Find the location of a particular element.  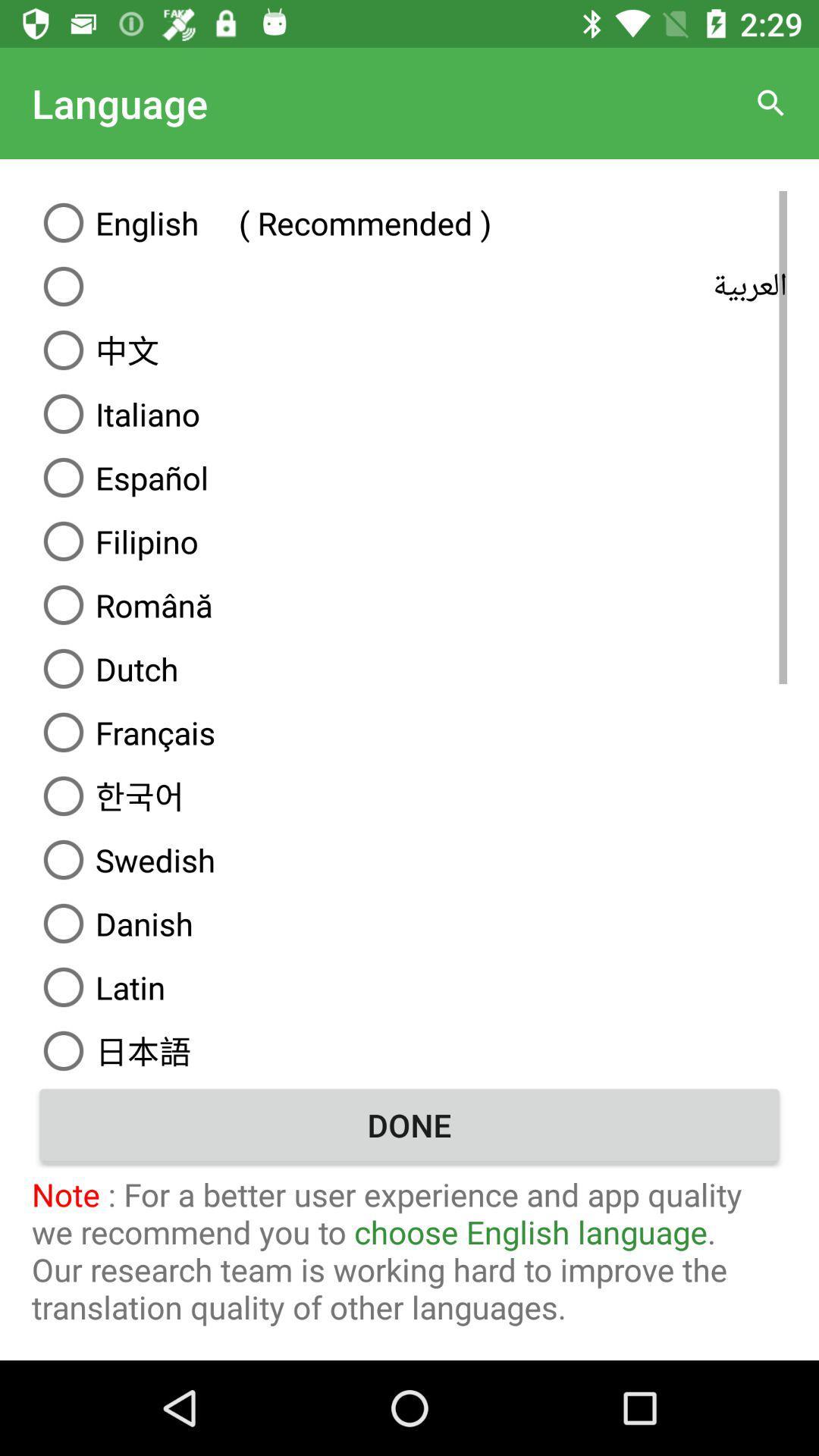

search is located at coordinates (771, 103).